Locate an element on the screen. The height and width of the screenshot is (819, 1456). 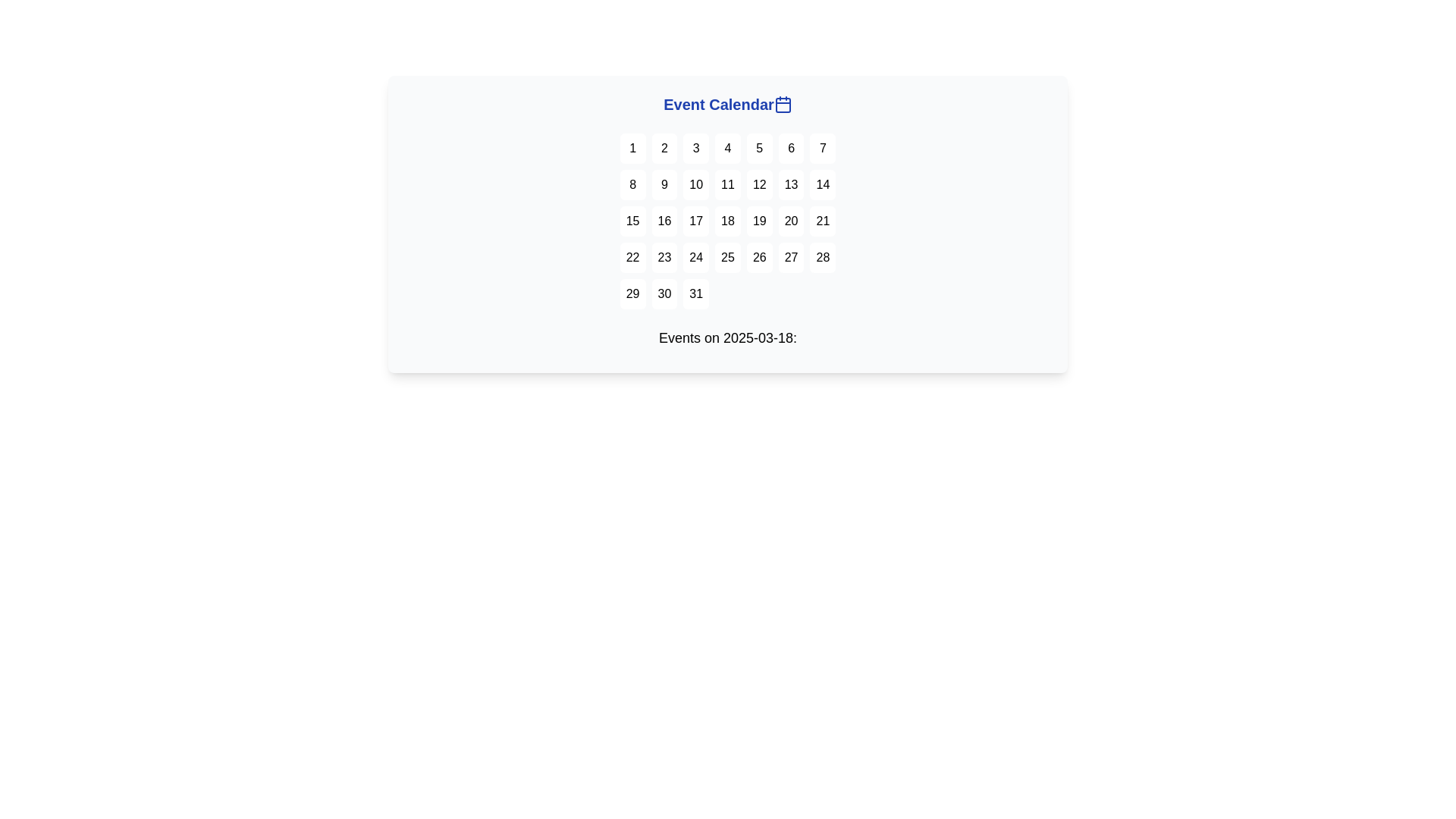
the selectable date button in the calendar interface is located at coordinates (664, 294).